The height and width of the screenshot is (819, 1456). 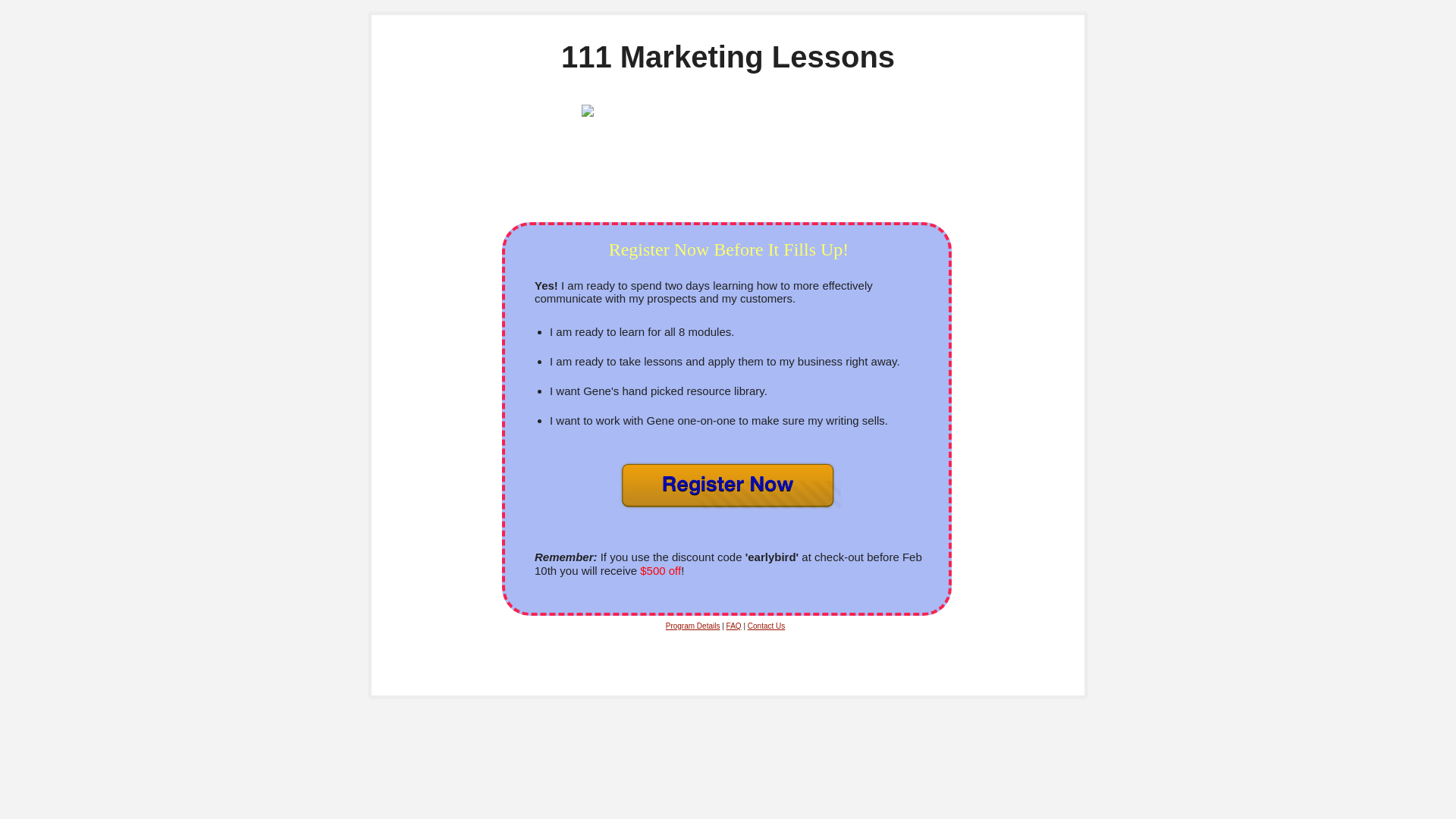 I want to click on 'Contact Us', so click(x=747, y=626).